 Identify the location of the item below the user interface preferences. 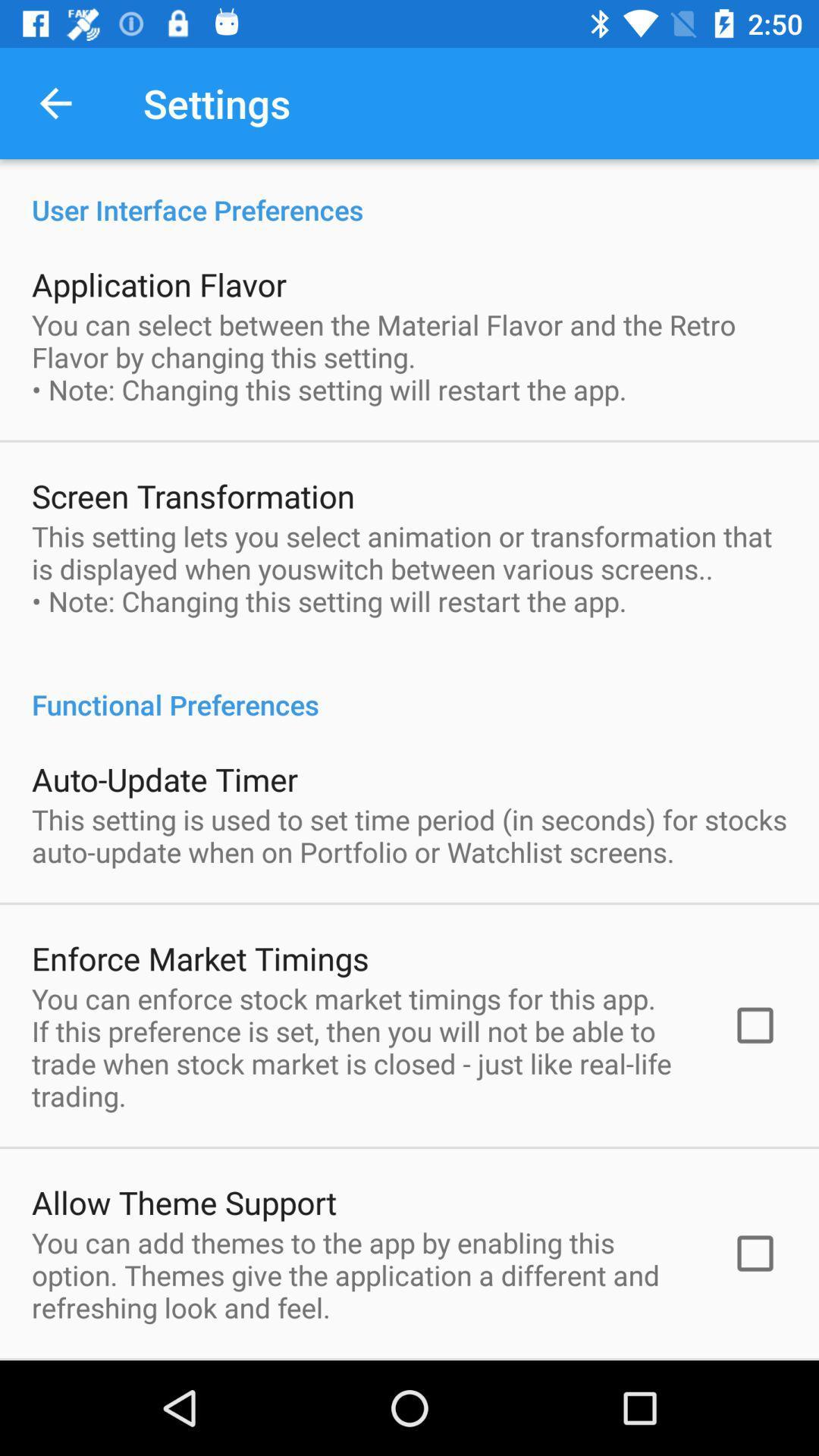
(158, 284).